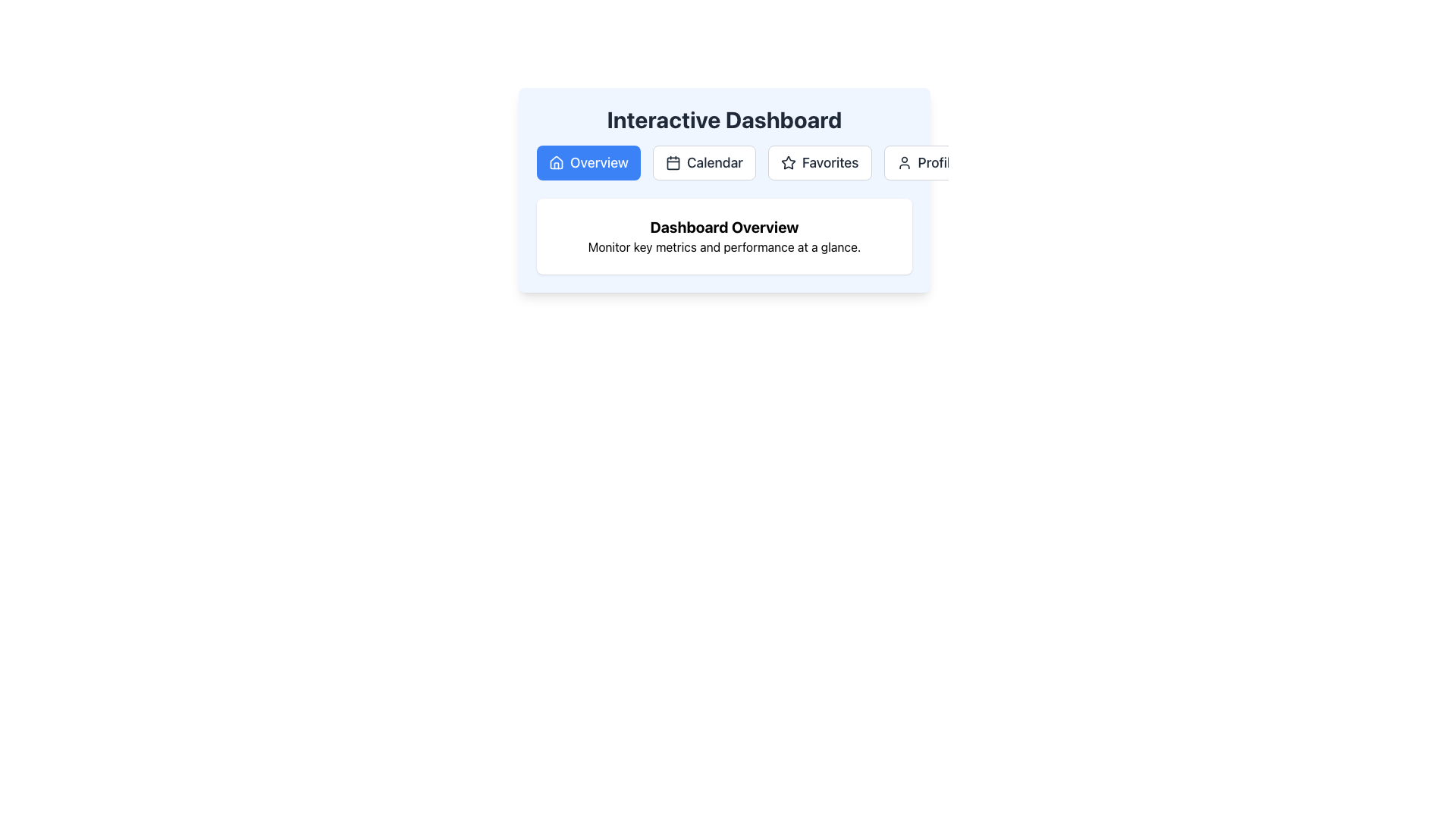 The image size is (1456, 819). I want to click on the house-shaped icon located in the top-left navigation bar, specifically within the 'Overview' button section, which features rounded corners and a simple geometric outline style, so click(556, 162).